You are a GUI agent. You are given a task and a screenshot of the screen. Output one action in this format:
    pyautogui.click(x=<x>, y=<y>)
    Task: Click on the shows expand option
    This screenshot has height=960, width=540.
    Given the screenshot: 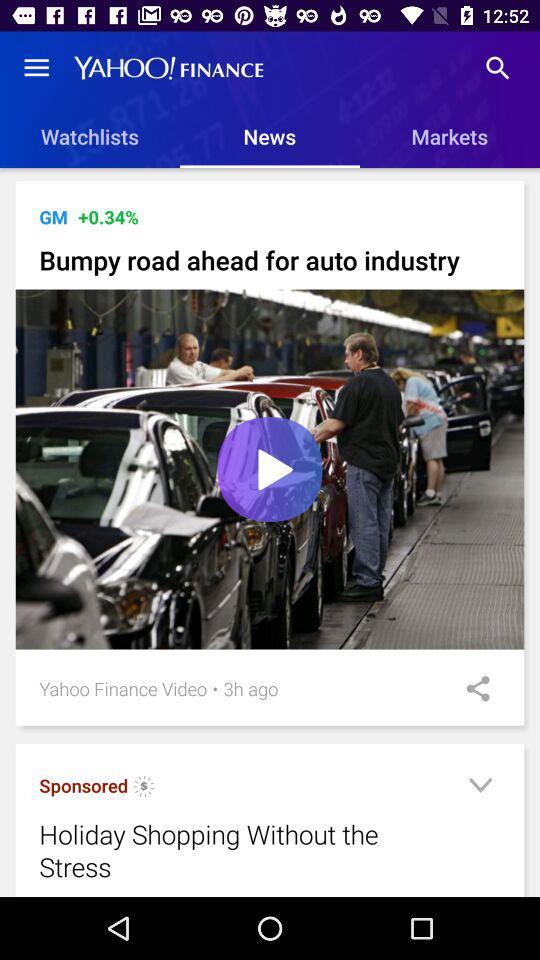 What is the action you would take?
    pyautogui.click(x=479, y=788)
    